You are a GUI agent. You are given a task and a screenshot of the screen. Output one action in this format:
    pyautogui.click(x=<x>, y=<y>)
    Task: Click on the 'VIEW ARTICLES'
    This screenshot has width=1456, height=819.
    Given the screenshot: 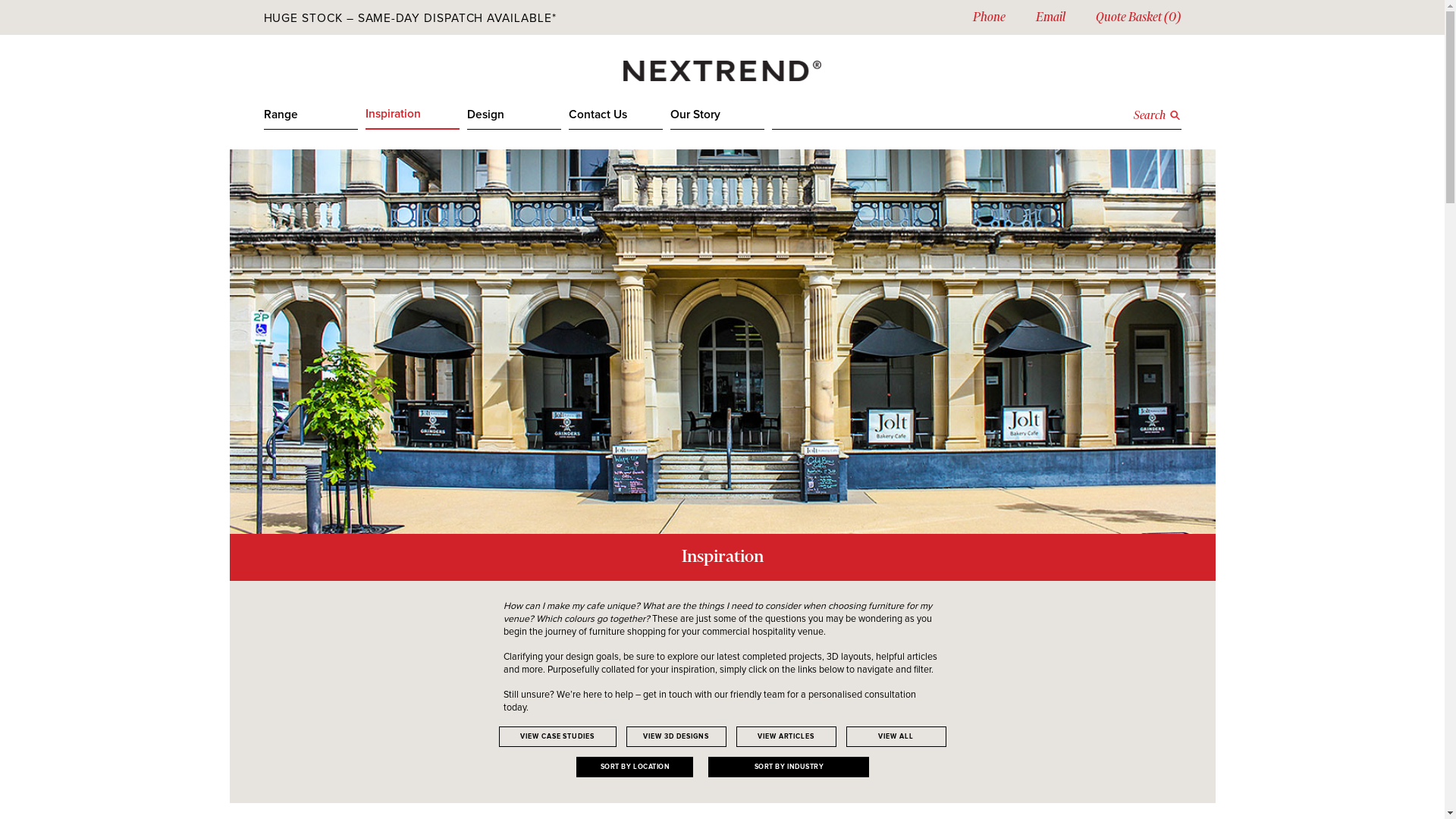 What is the action you would take?
    pyautogui.click(x=786, y=736)
    